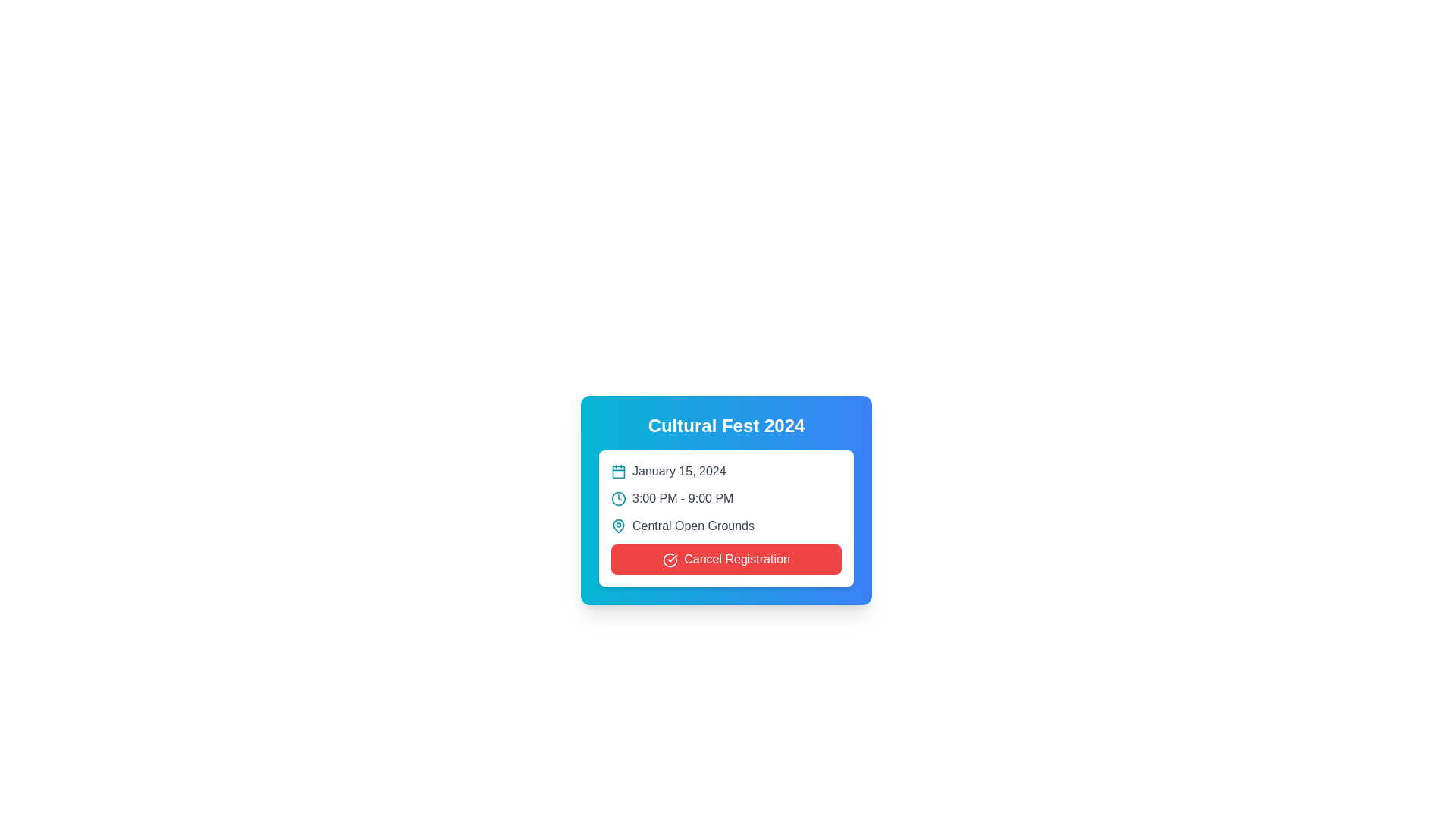  Describe the element at coordinates (726, 559) in the screenshot. I see `the cancel registration button for the 'Cultural Fest 2024' event` at that location.